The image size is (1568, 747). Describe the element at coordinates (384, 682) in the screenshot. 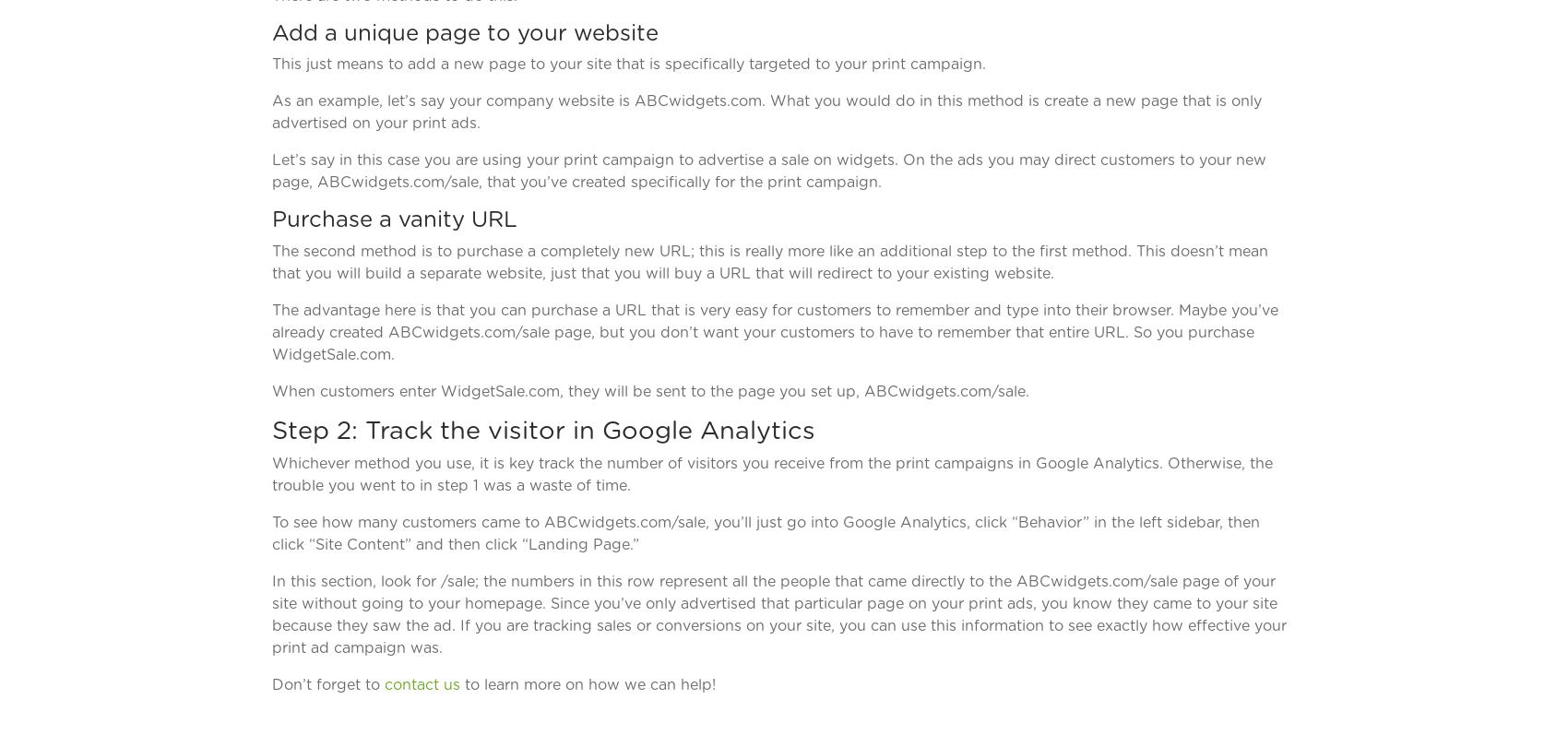

I see `'contact us'` at that location.